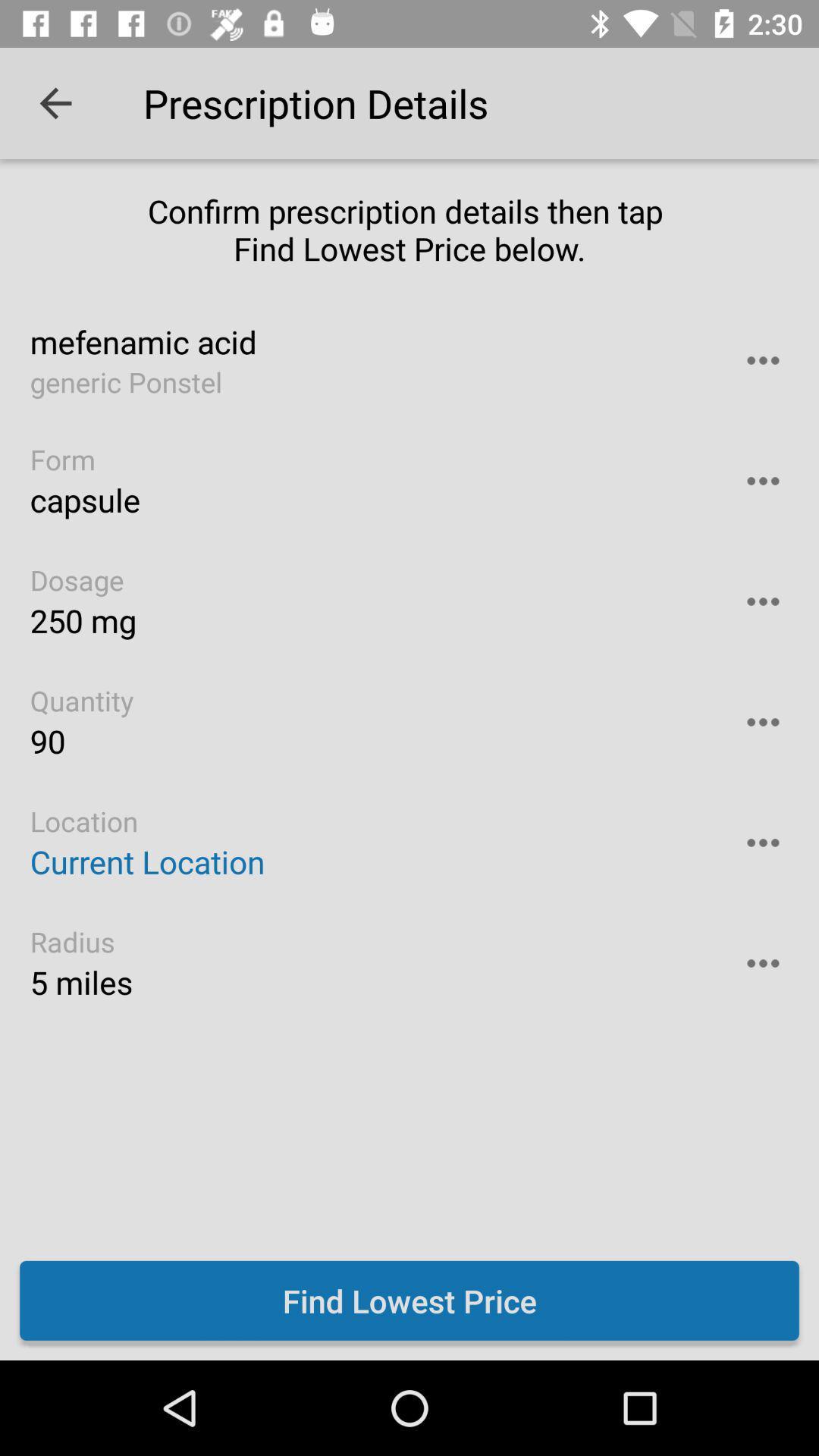 The height and width of the screenshot is (1456, 819). I want to click on 3 dots which is beside form, so click(763, 480).